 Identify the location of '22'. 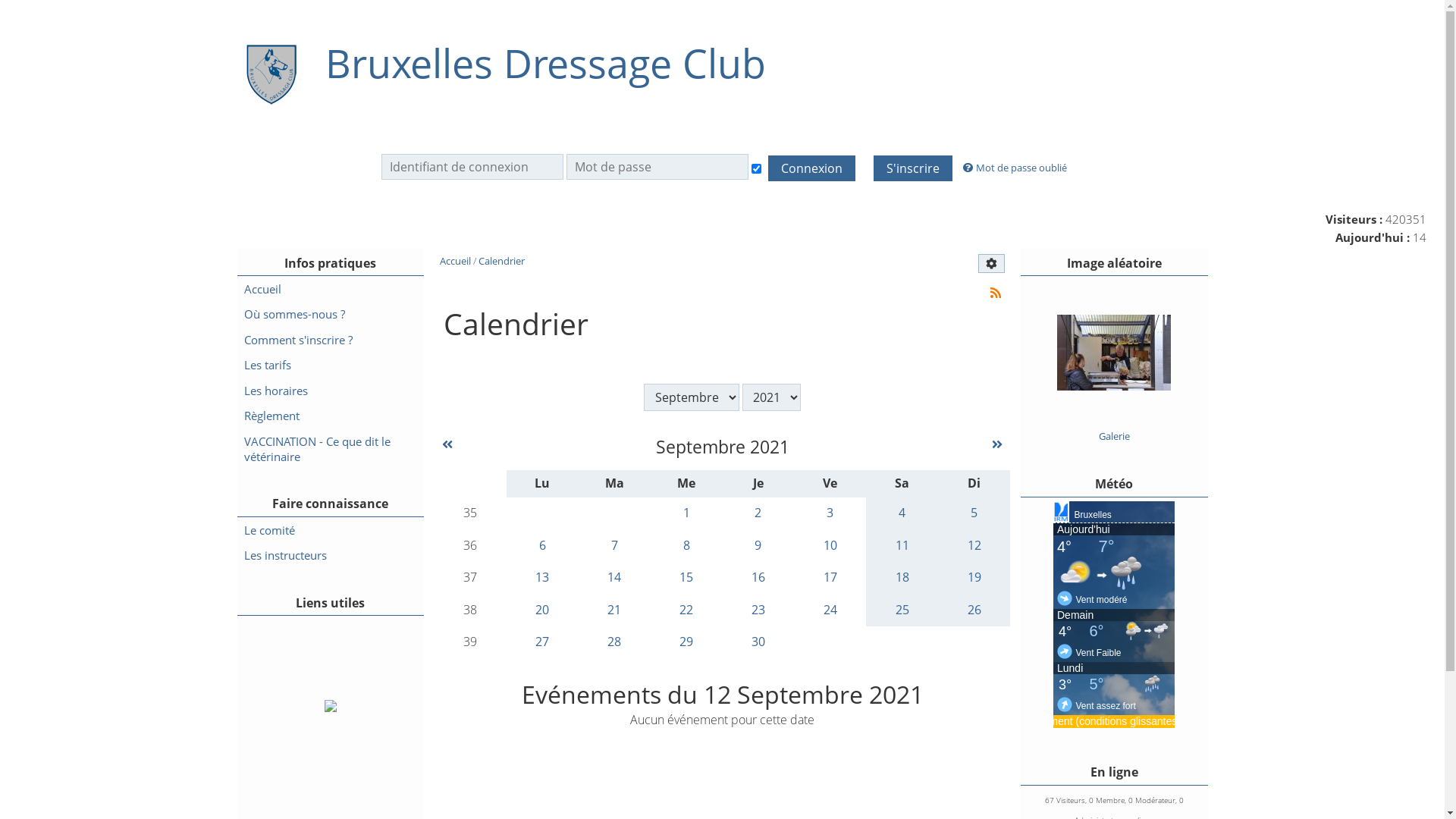
(686, 609).